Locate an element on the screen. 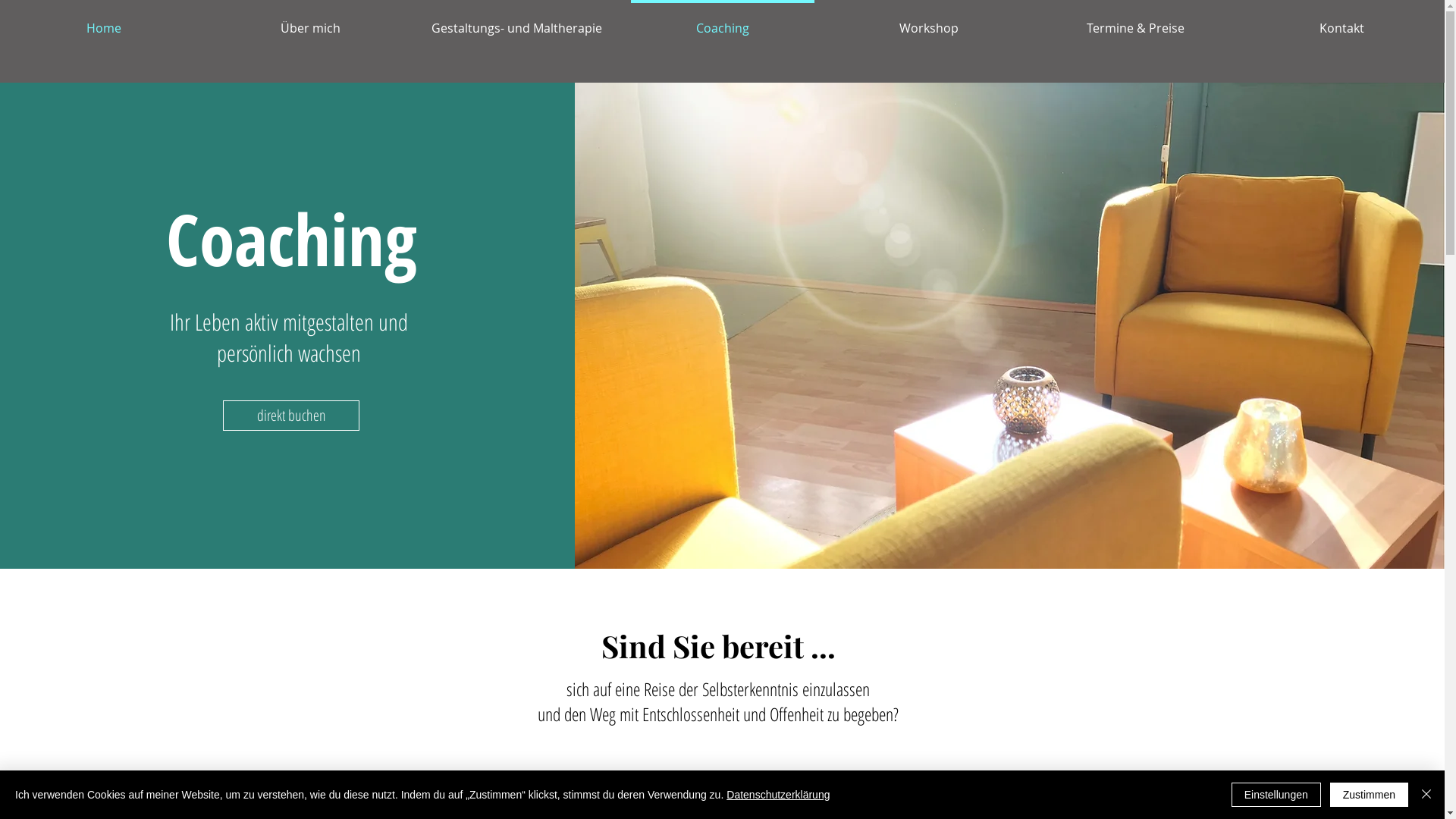 The image size is (1456, 819). 'Einstellungen' is located at coordinates (1276, 794).